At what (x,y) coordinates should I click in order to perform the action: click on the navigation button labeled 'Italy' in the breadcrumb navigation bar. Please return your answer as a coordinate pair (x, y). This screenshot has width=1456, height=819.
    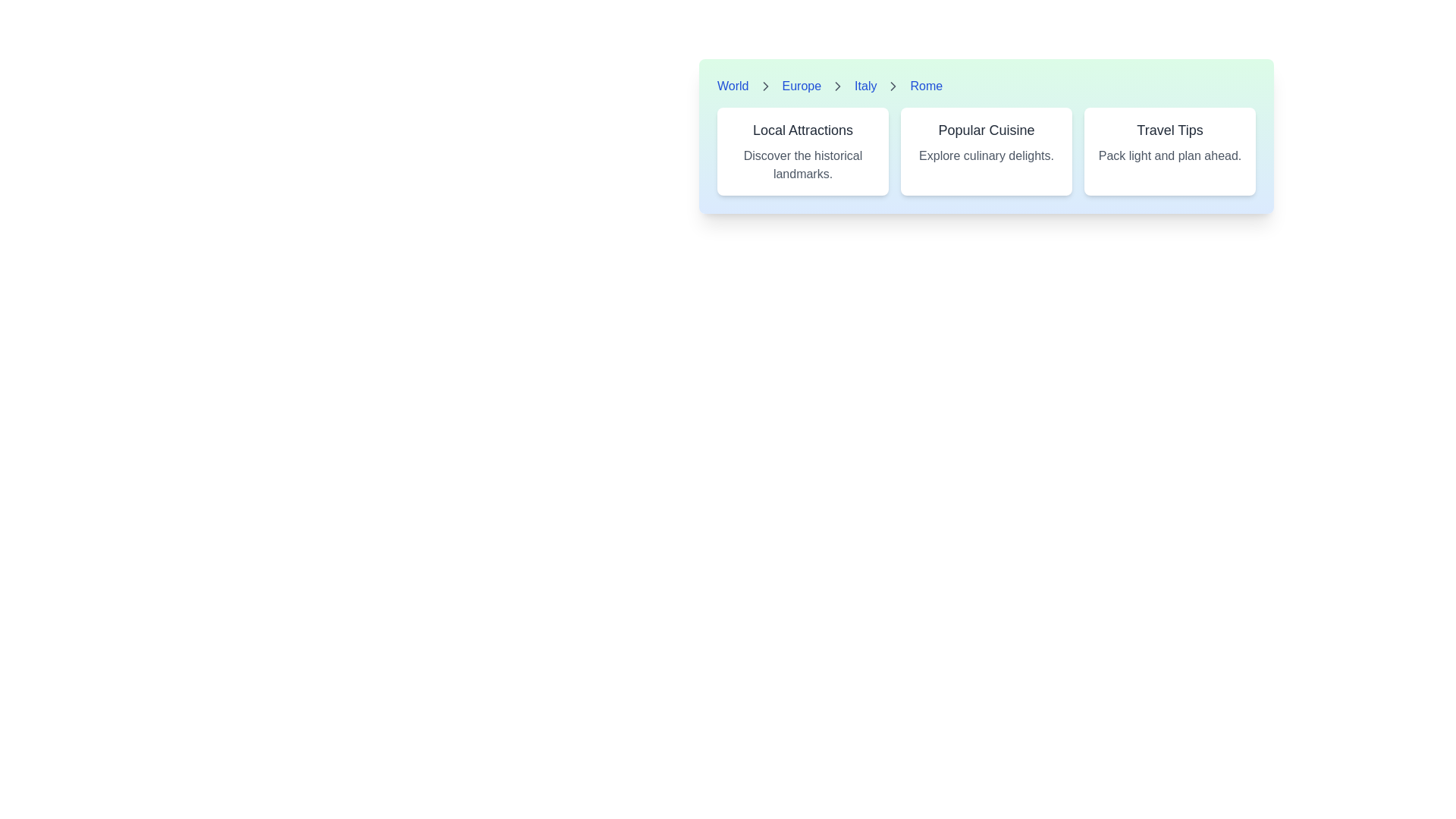
    Looking at the image, I should click on (865, 86).